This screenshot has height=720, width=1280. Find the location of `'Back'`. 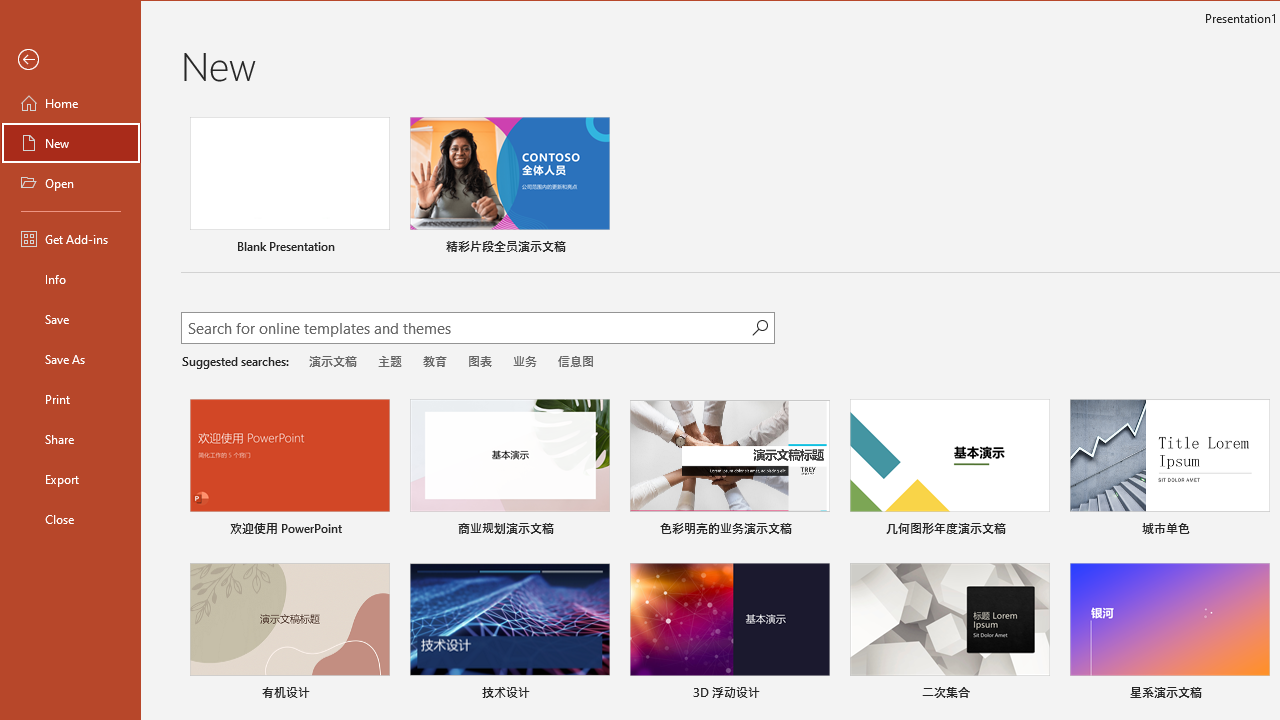

'Back' is located at coordinates (71, 59).